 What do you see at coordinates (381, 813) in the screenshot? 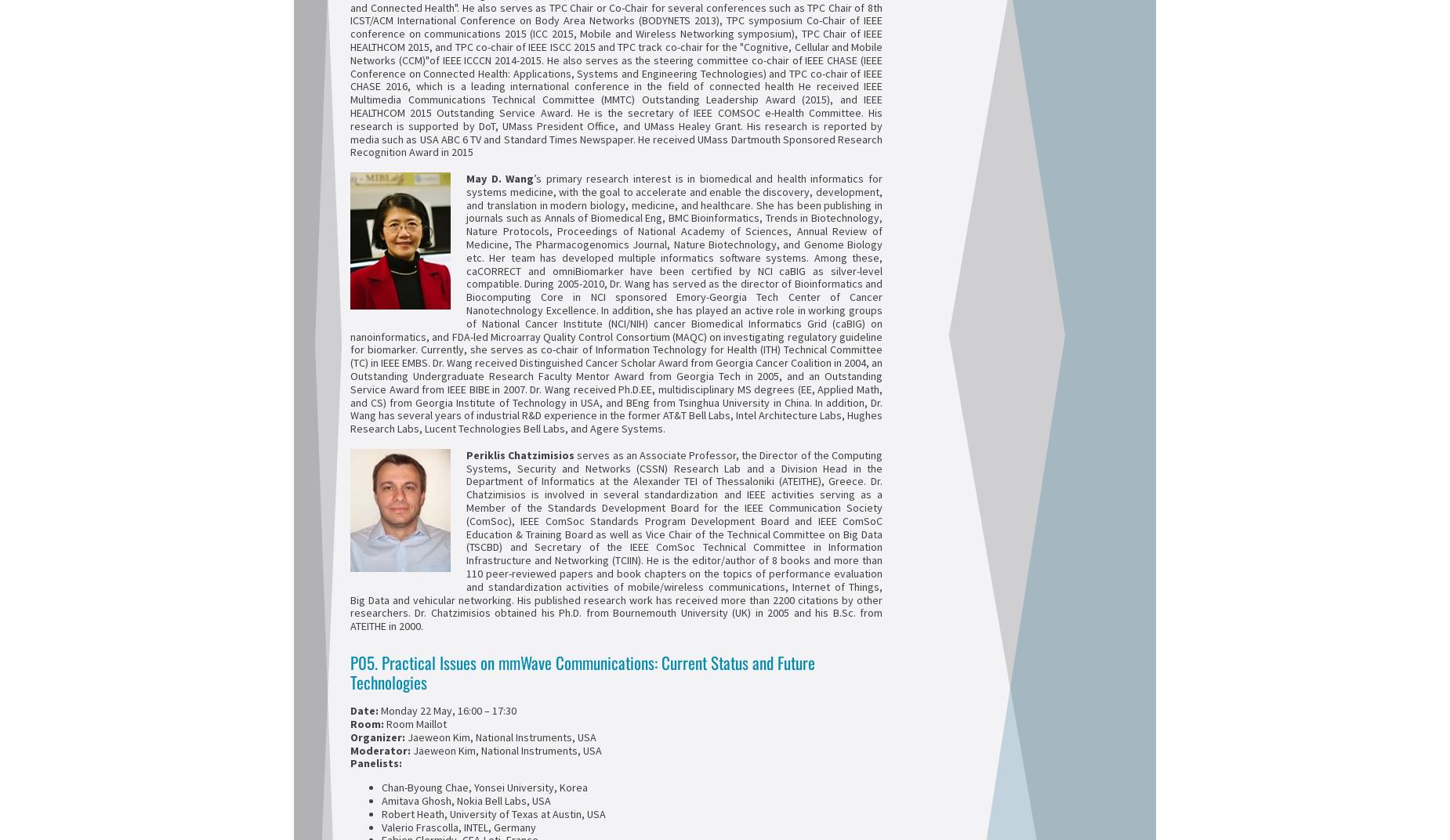
I see `'Robert Heath, University of Texas at Austin, USA'` at bounding box center [381, 813].